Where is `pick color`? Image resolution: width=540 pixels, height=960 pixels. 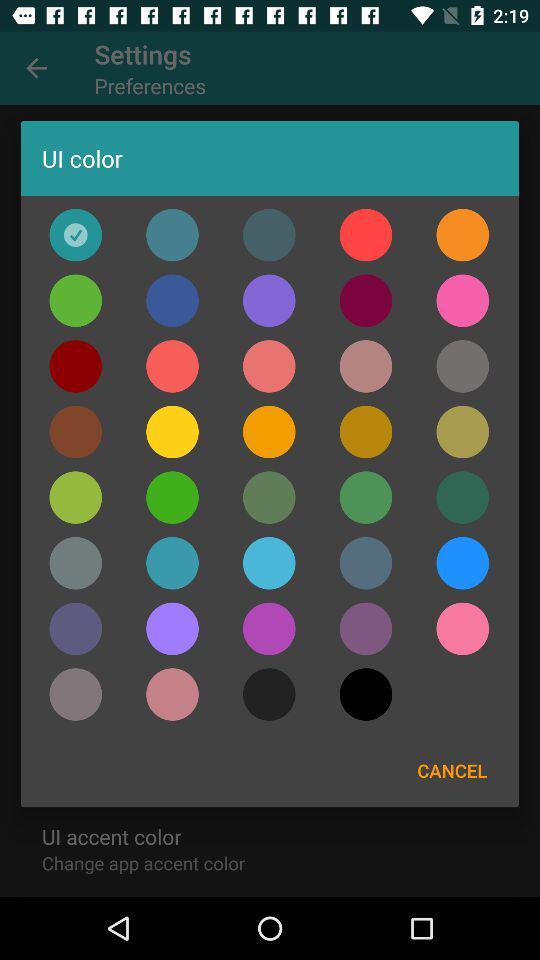
pick color is located at coordinates (462, 365).